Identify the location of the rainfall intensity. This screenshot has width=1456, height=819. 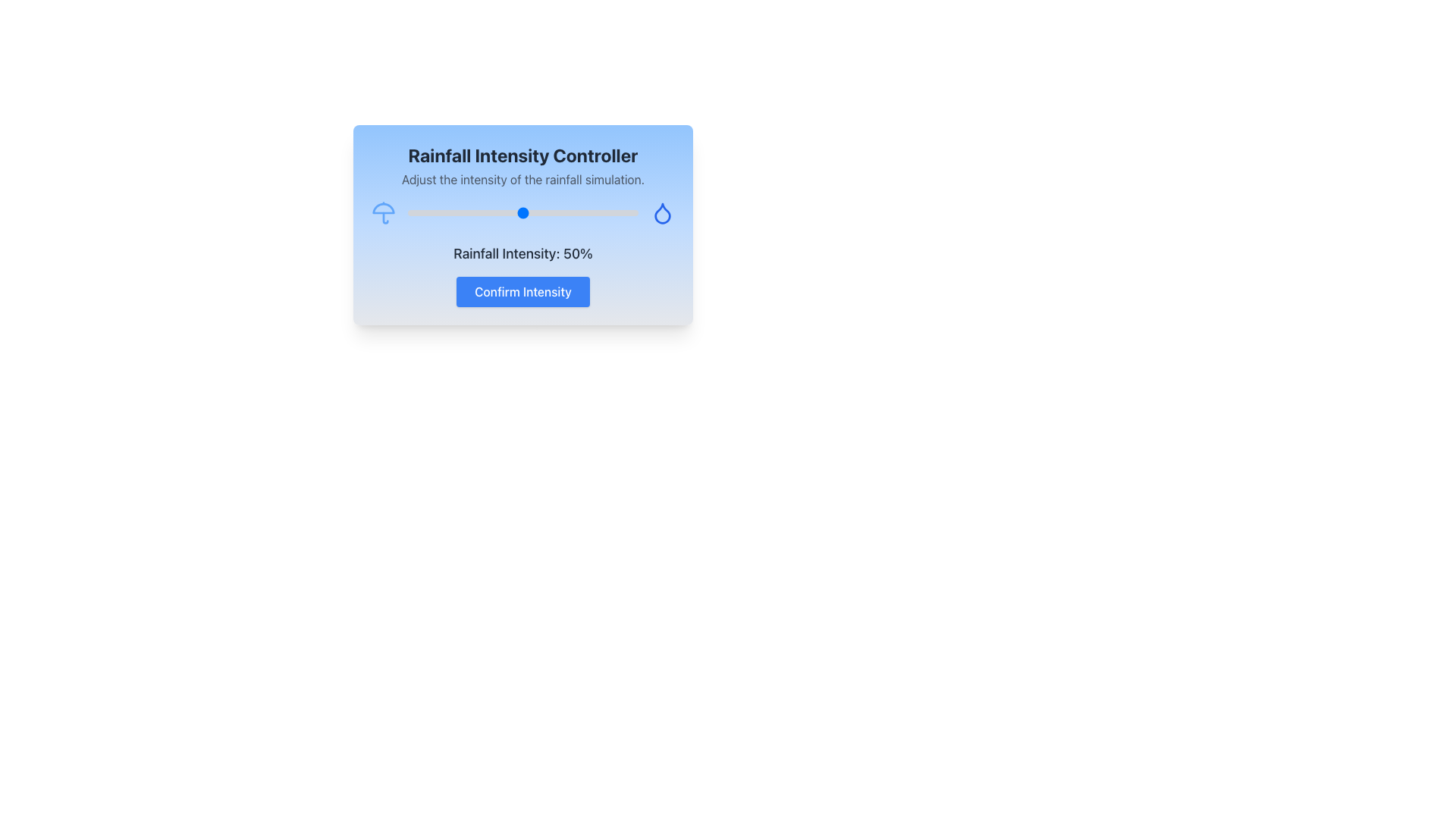
(578, 213).